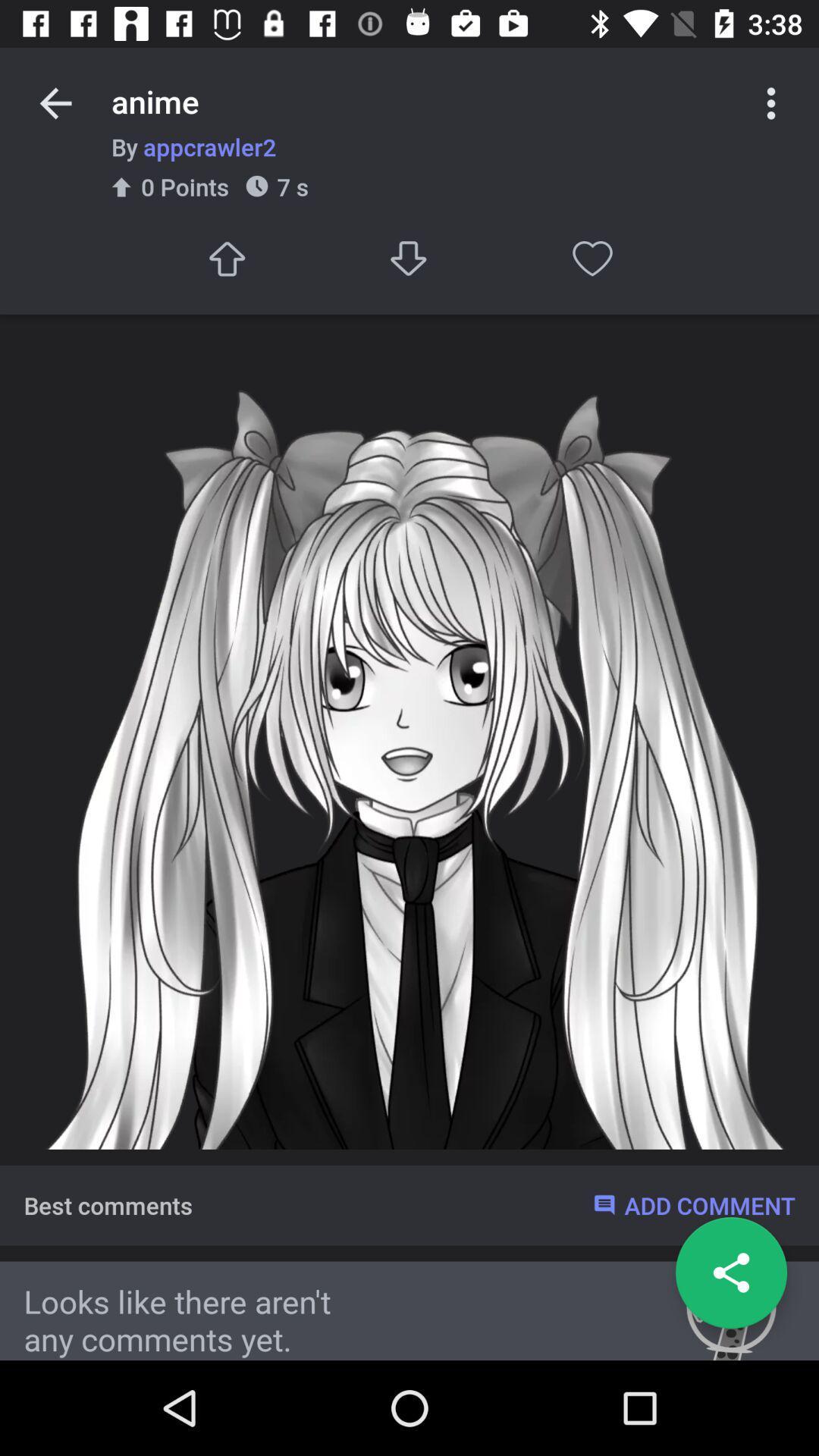 Image resolution: width=819 pixels, height=1456 pixels. Describe the element at coordinates (55, 102) in the screenshot. I see `go back` at that location.